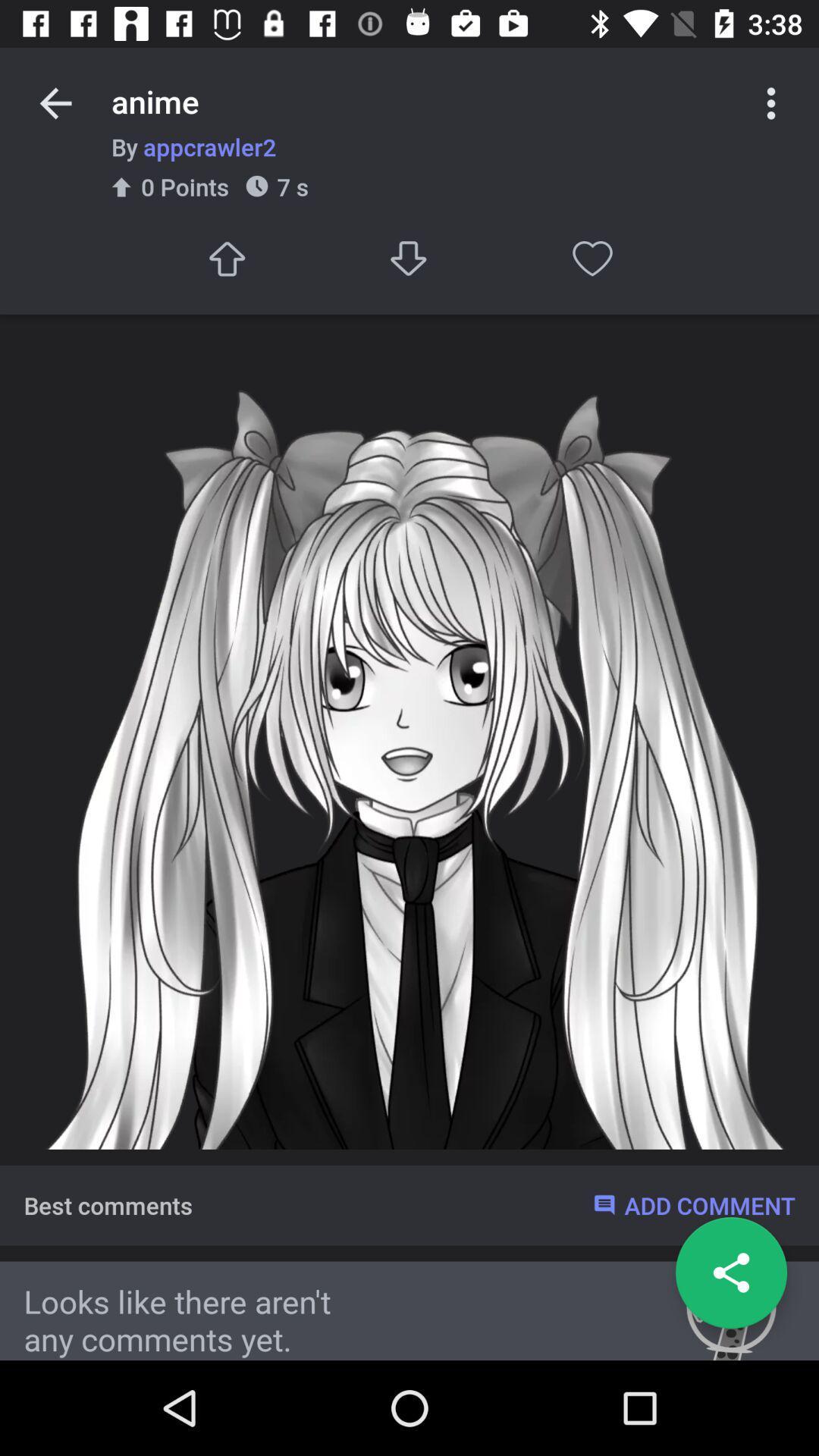 Image resolution: width=819 pixels, height=1456 pixels. Describe the element at coordinates (55, 102) in the screenshot. I see `go back` at that location.